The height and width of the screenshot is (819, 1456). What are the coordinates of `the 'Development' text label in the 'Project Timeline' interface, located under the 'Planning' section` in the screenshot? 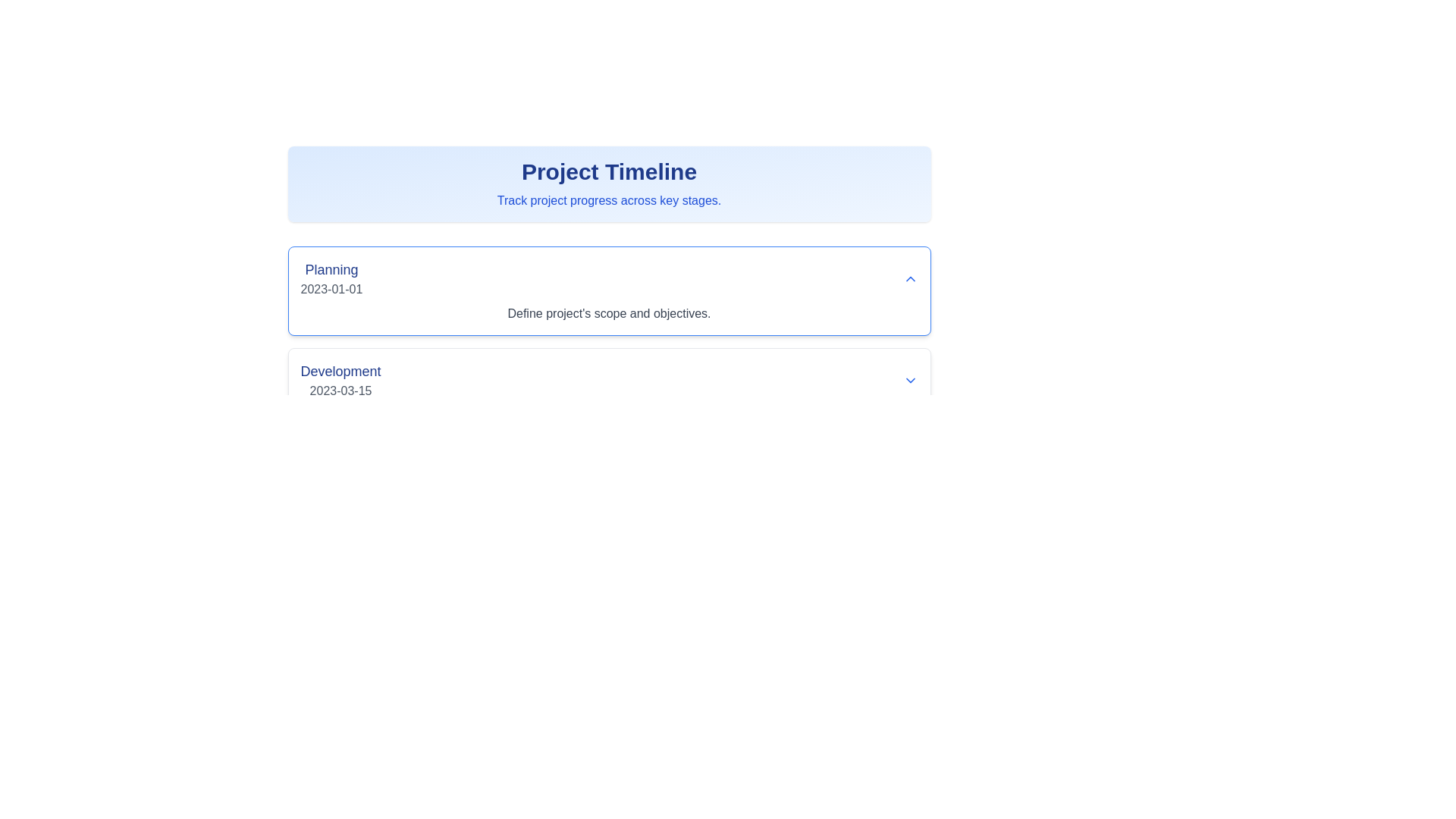 It's located at (340, 371).